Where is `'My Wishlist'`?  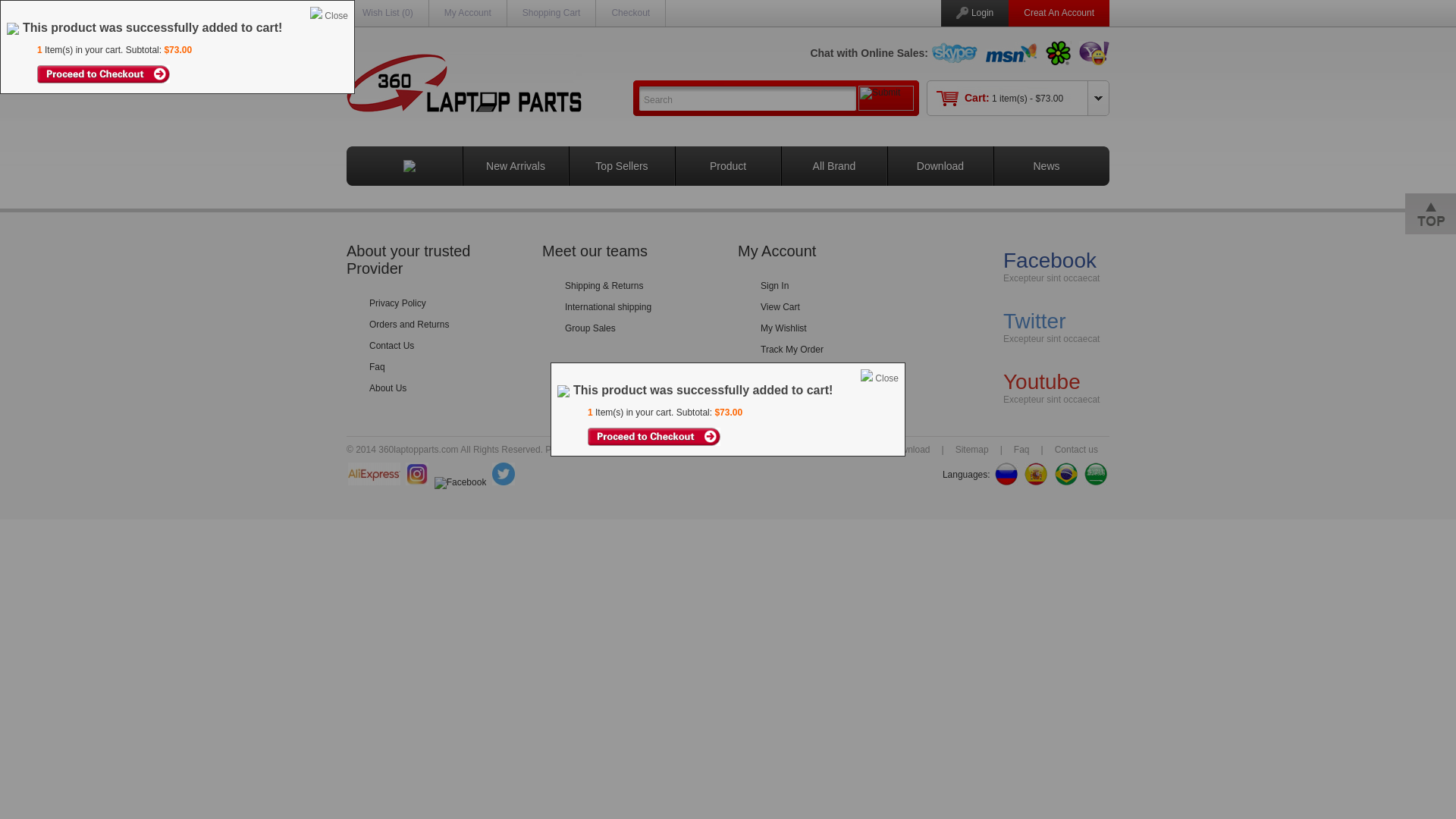
'My Wishlist' is located at coordinates (783, 327).